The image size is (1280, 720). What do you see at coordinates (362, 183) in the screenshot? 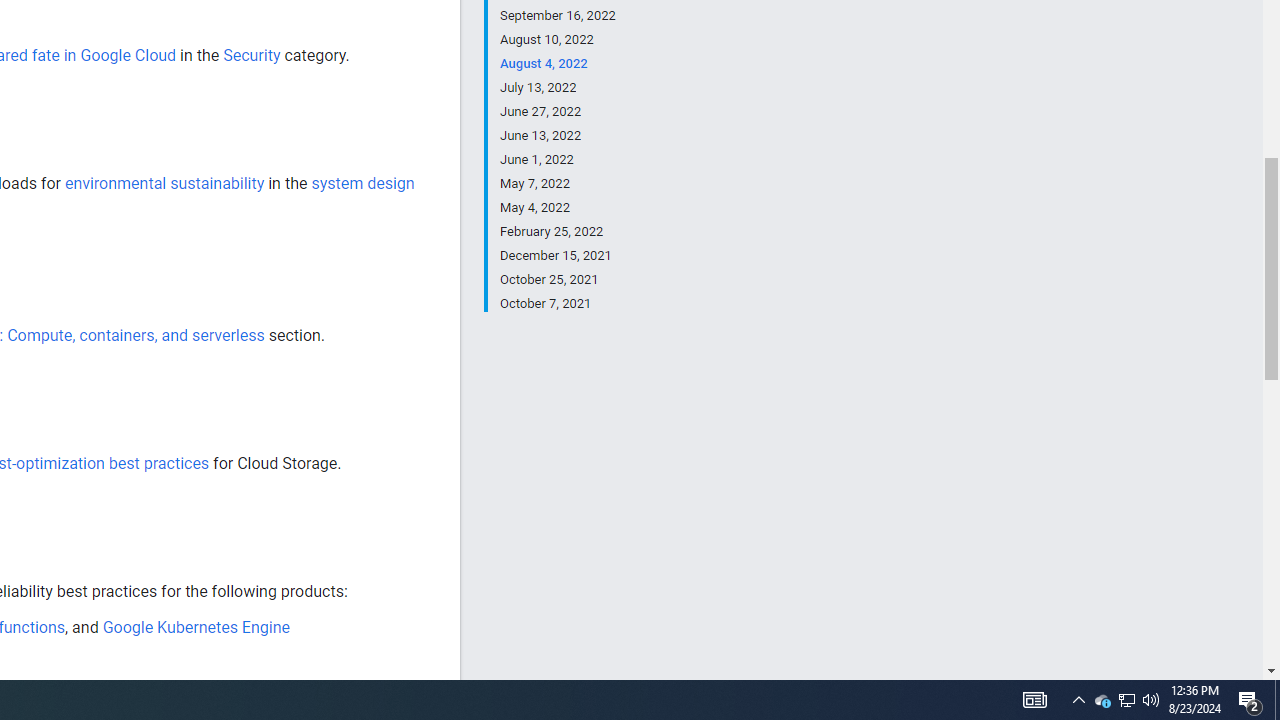
I see `'system design'` at bounding box center [362, 183].